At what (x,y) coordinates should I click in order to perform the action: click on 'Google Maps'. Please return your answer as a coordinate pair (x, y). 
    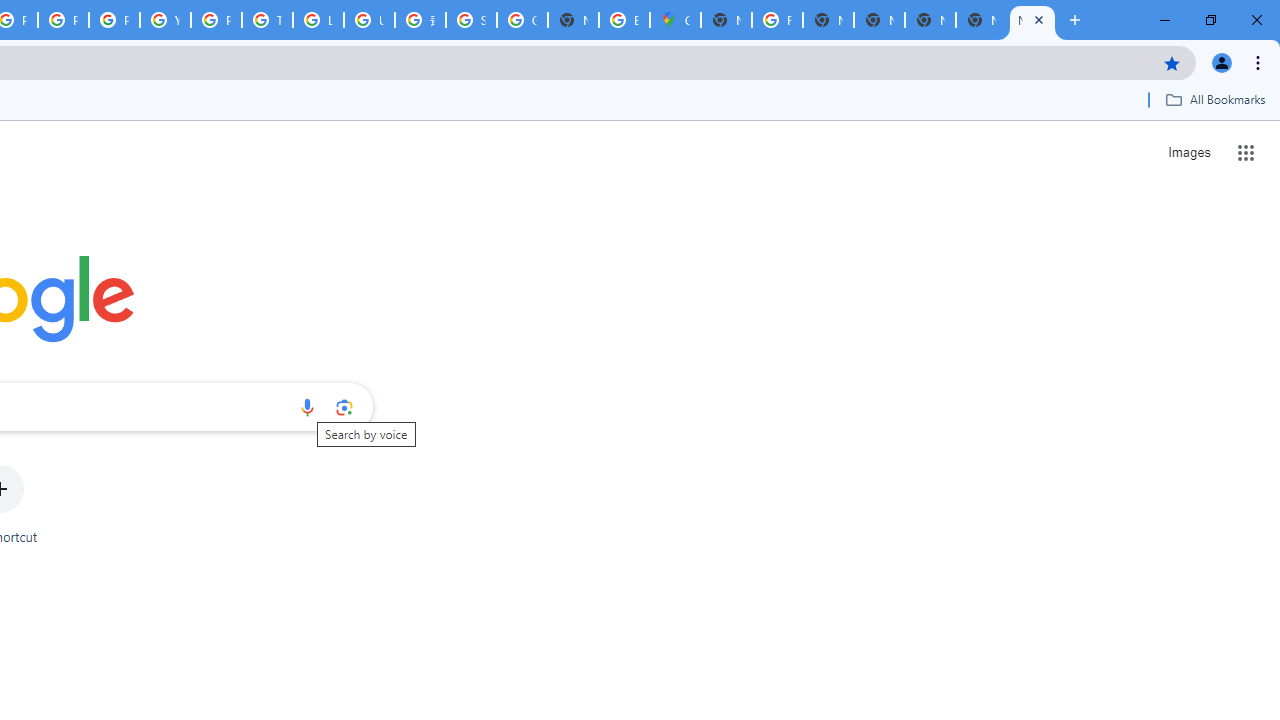
    Looking at the image, I should click on (675, 20).